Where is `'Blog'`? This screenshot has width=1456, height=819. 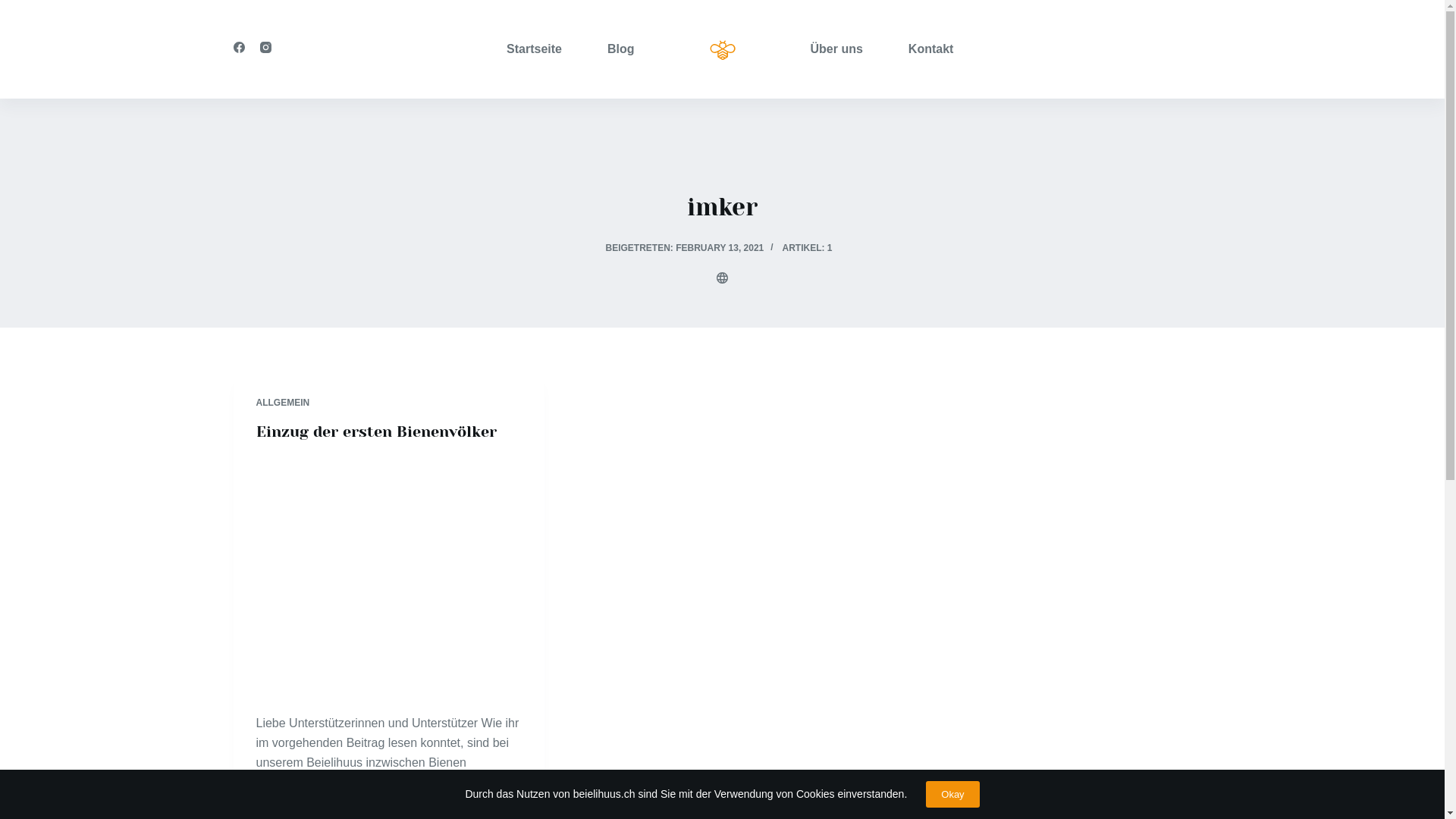 'Blog' is located at coordinates (609, 49).